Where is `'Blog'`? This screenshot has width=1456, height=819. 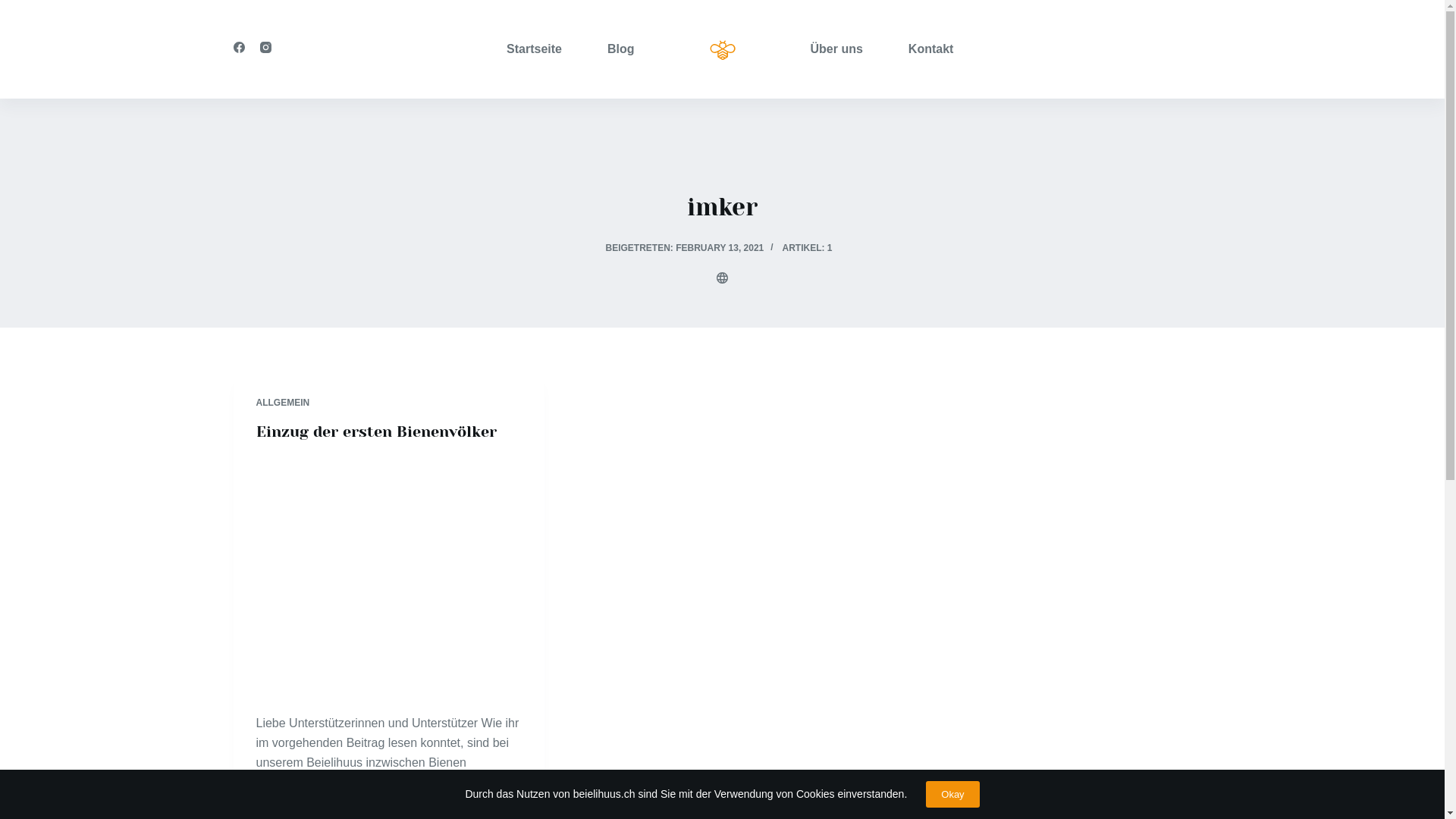 'Blog' is located at coordinates (609, 49).